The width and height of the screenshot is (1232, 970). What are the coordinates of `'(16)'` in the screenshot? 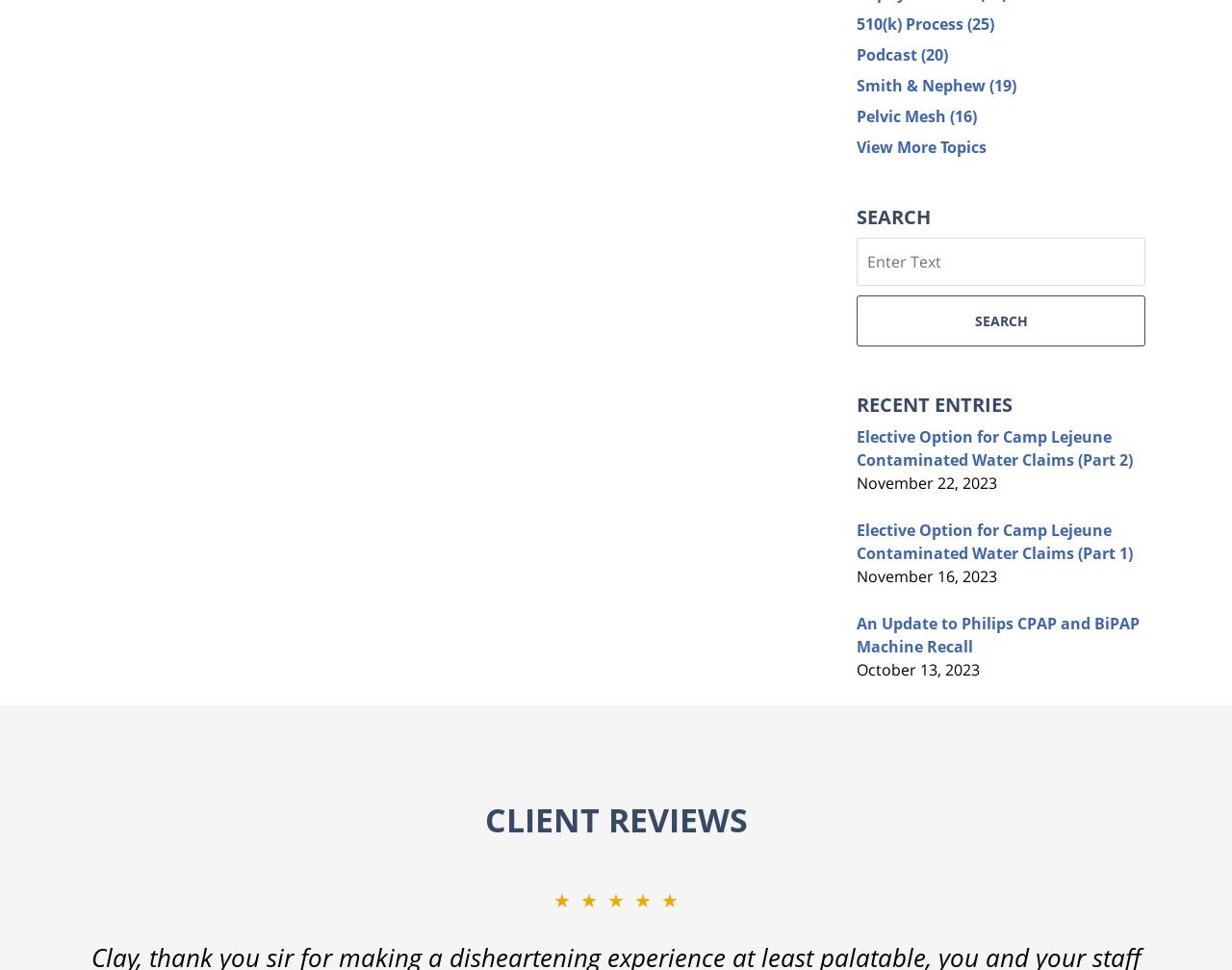 It's located at (962, 115).